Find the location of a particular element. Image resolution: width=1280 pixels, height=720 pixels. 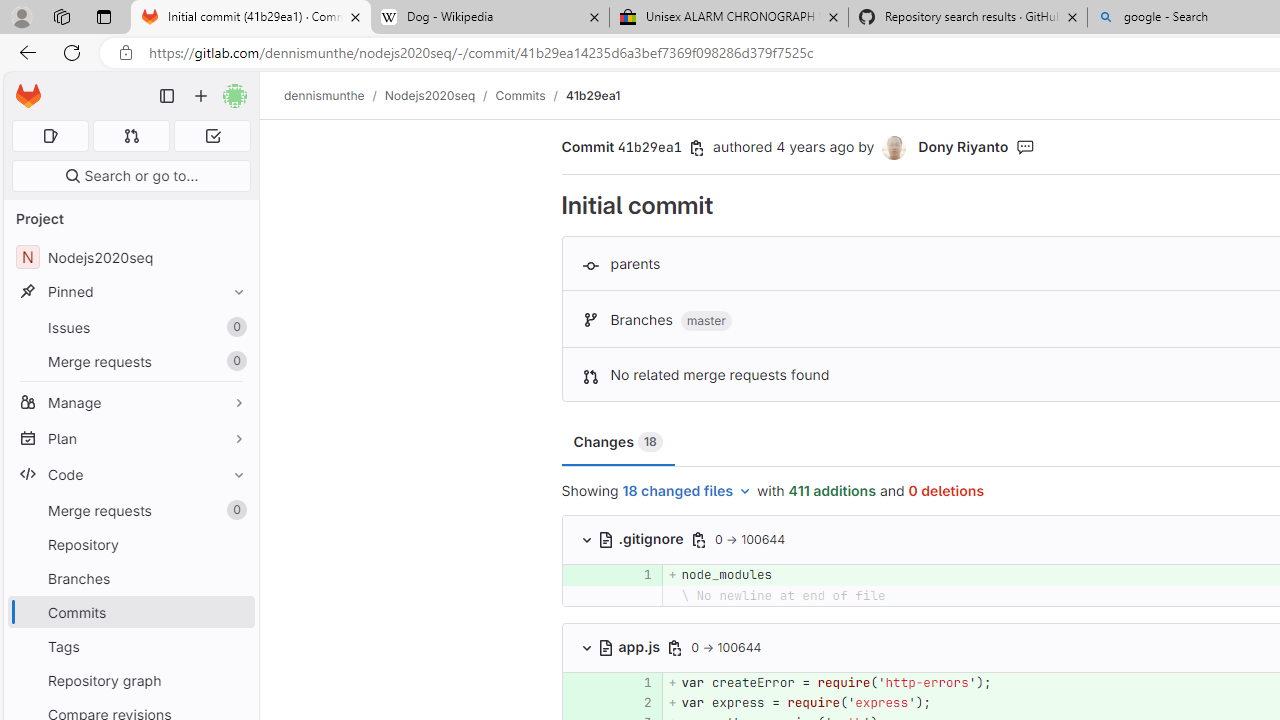

'Assigned issues 0' is located at coordinates (50, 135).